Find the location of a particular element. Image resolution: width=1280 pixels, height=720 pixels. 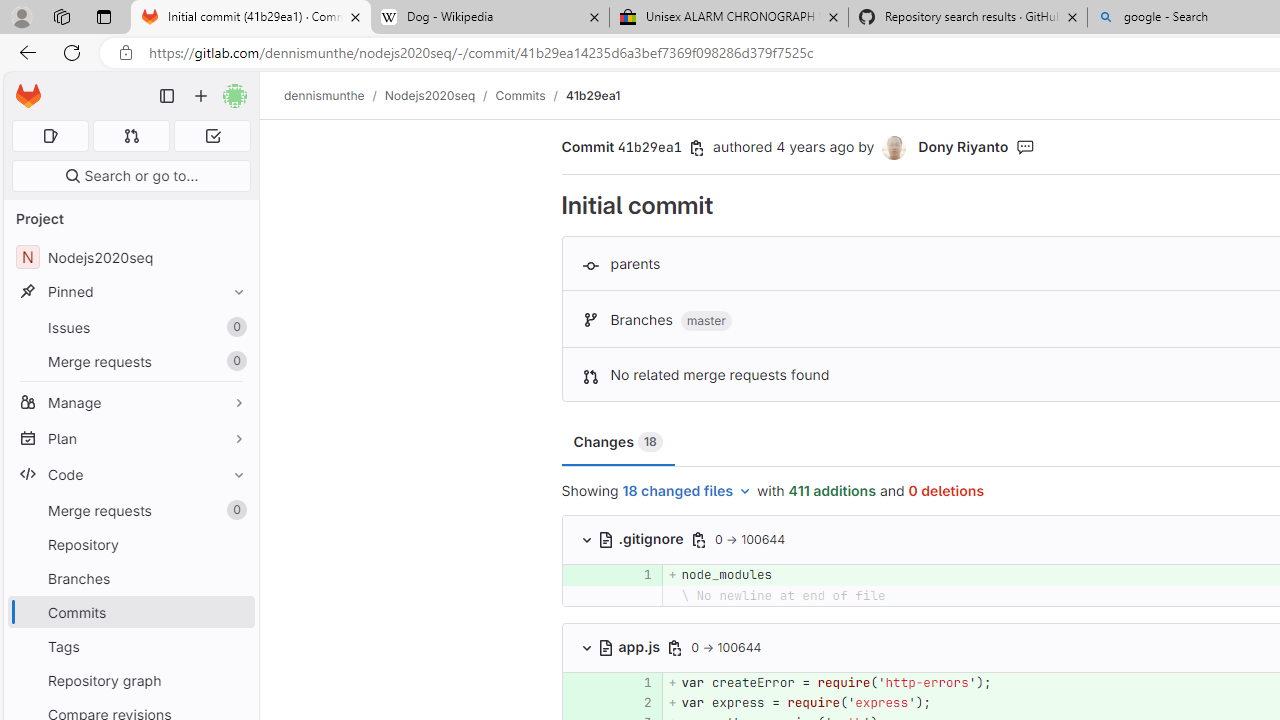

'Assigned issues 0' is located at coordinates (50, 135).